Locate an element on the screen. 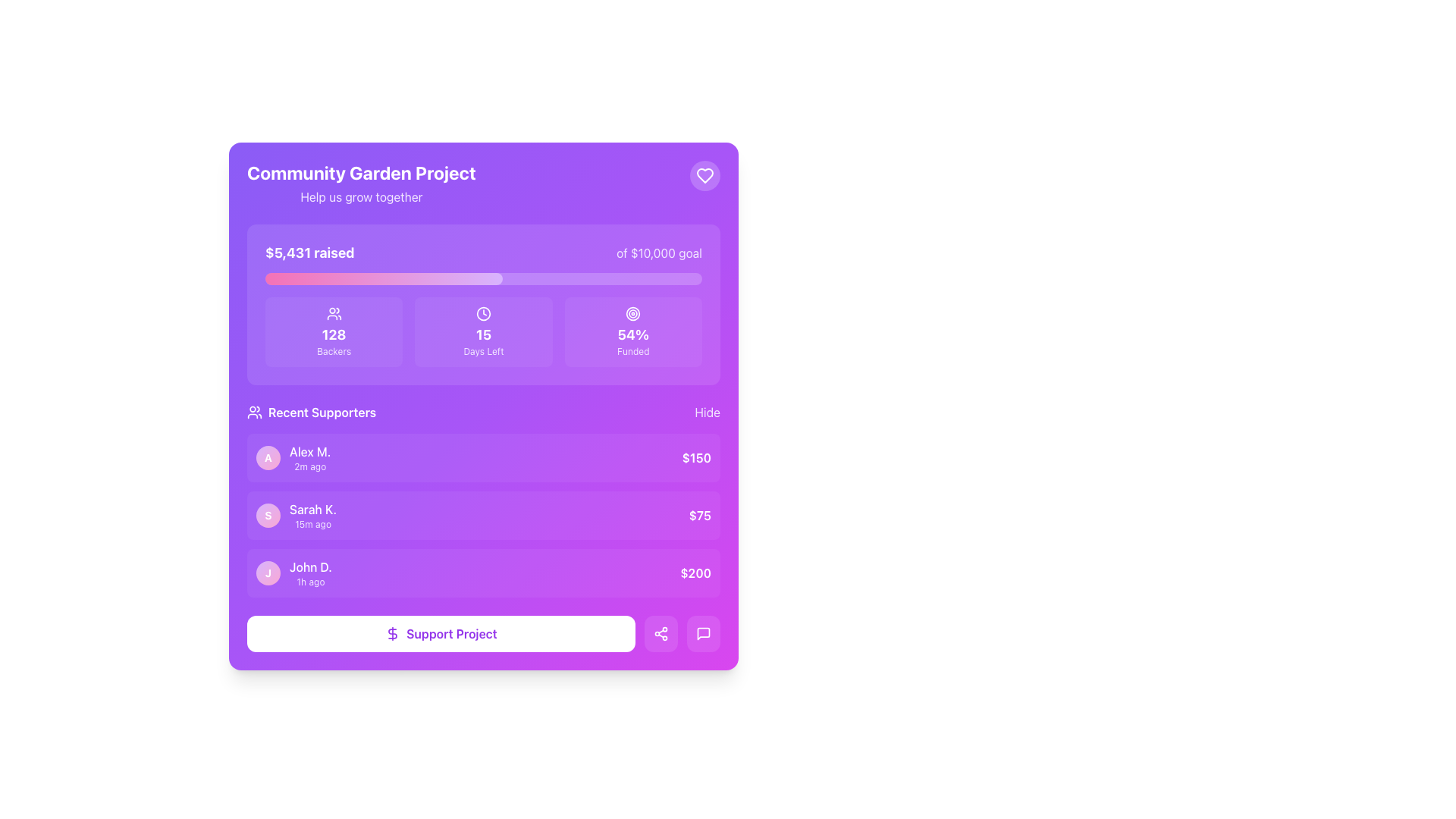  the first item in the 'Recent Supporters' list is located at coordinates (483, 457).